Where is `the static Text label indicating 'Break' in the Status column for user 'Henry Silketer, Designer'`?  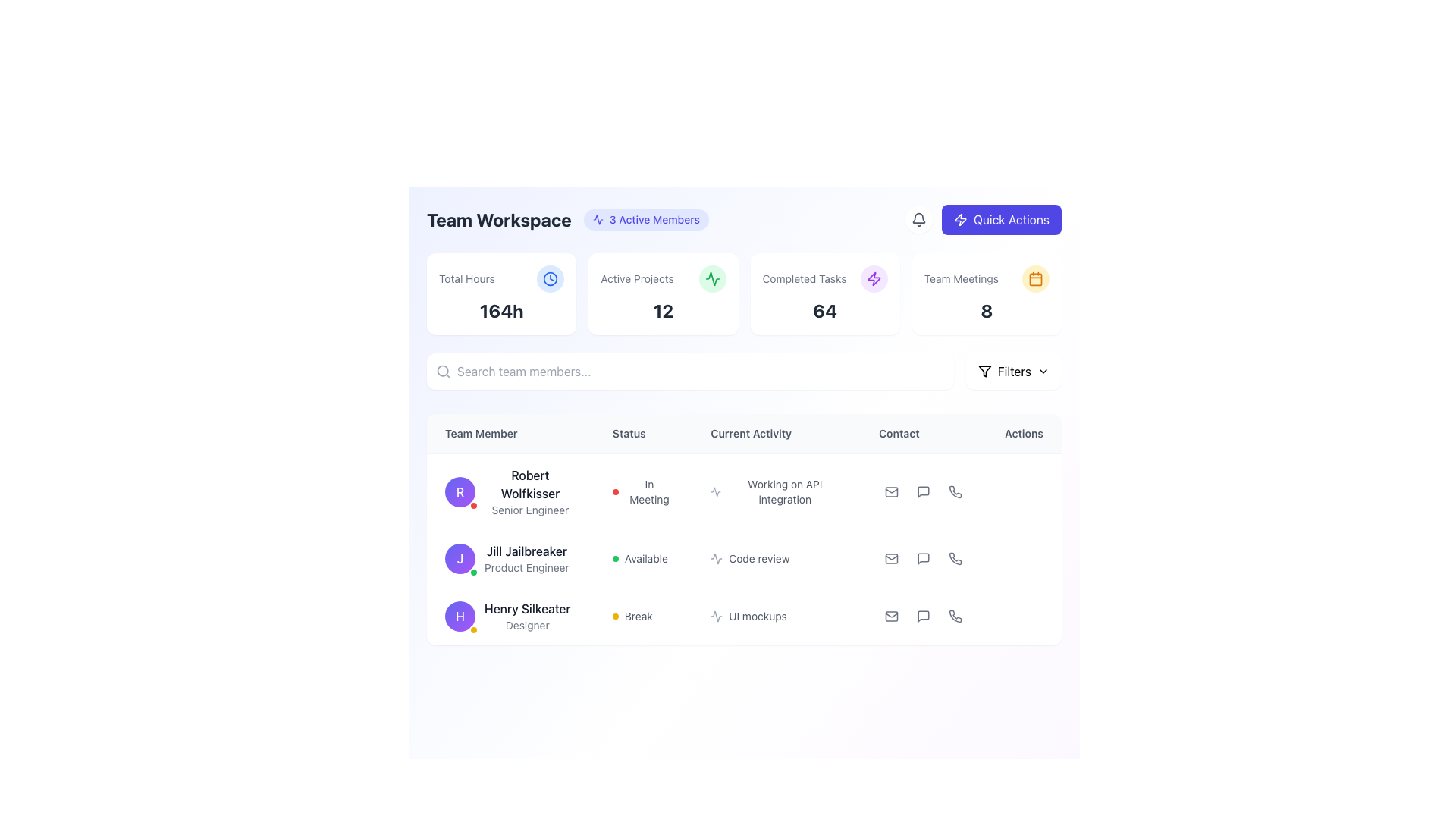
the static Text label indicating 'Break' in the Status column for user 'Henry Silketer, Designer' is located at coordinates (639, 617).